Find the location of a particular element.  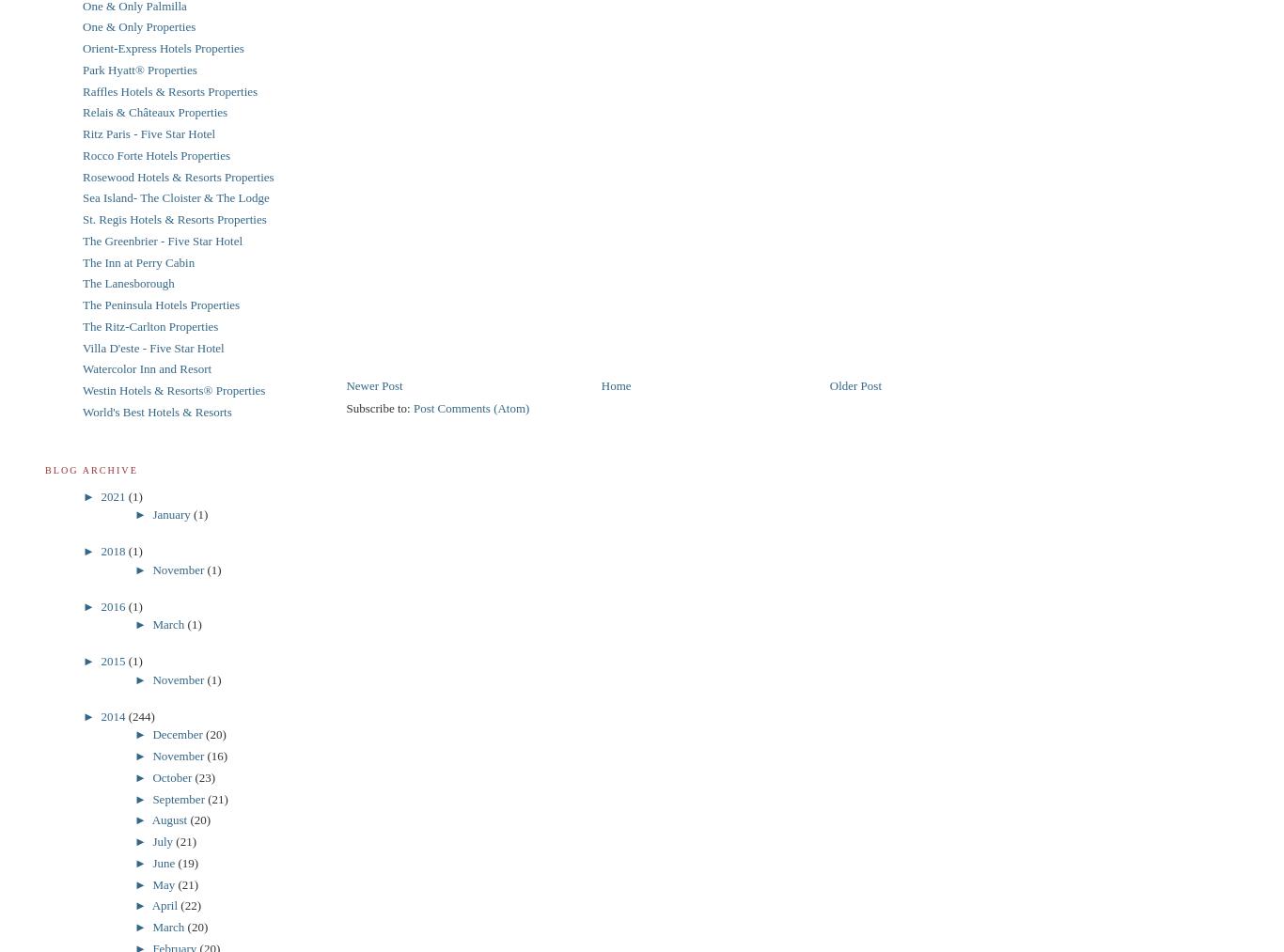

'Home' is located at coordinates (614, 383).